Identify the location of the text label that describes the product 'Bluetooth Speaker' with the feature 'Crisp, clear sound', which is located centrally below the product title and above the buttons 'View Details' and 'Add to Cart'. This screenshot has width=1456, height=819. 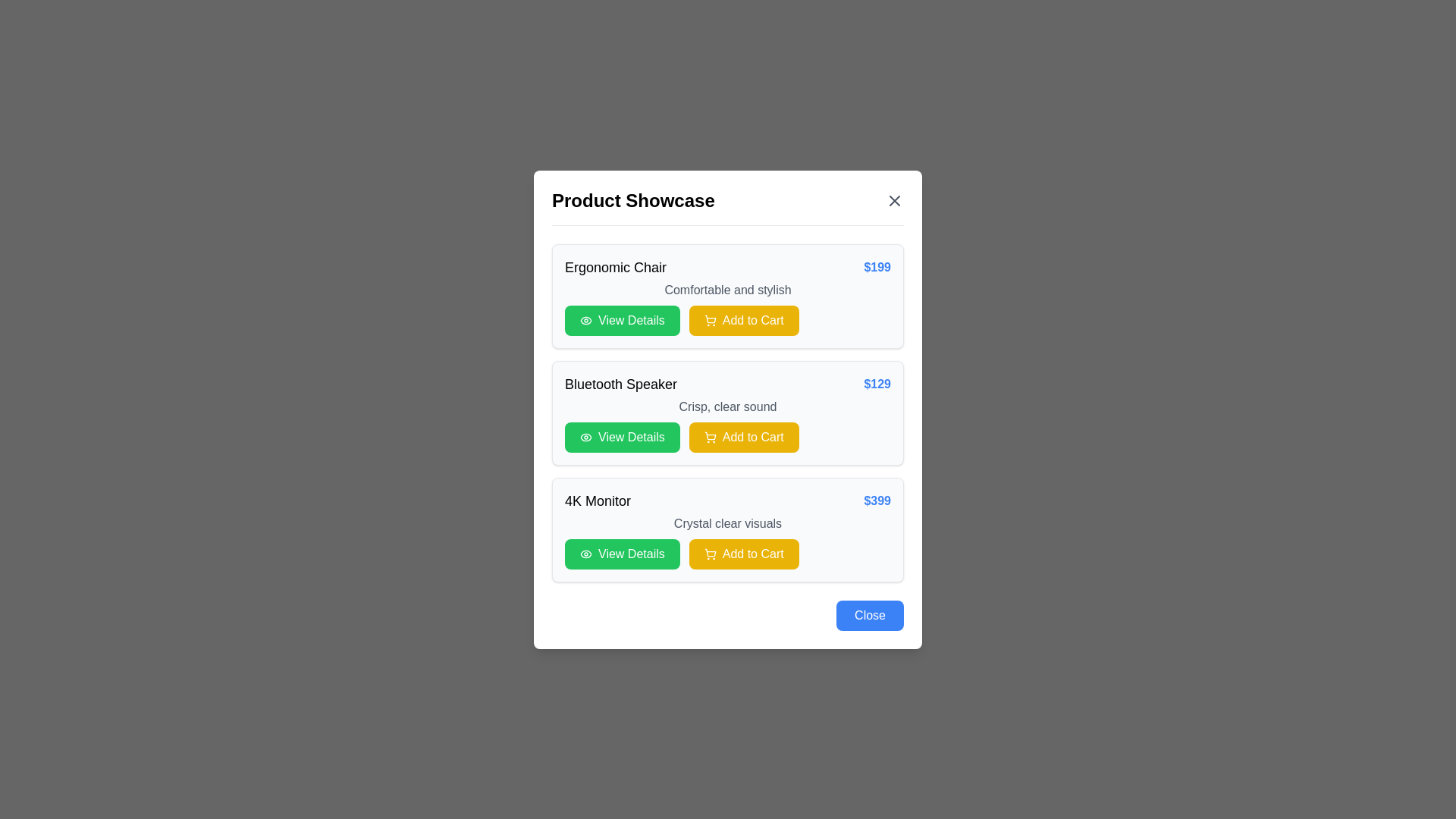
(728, 406).